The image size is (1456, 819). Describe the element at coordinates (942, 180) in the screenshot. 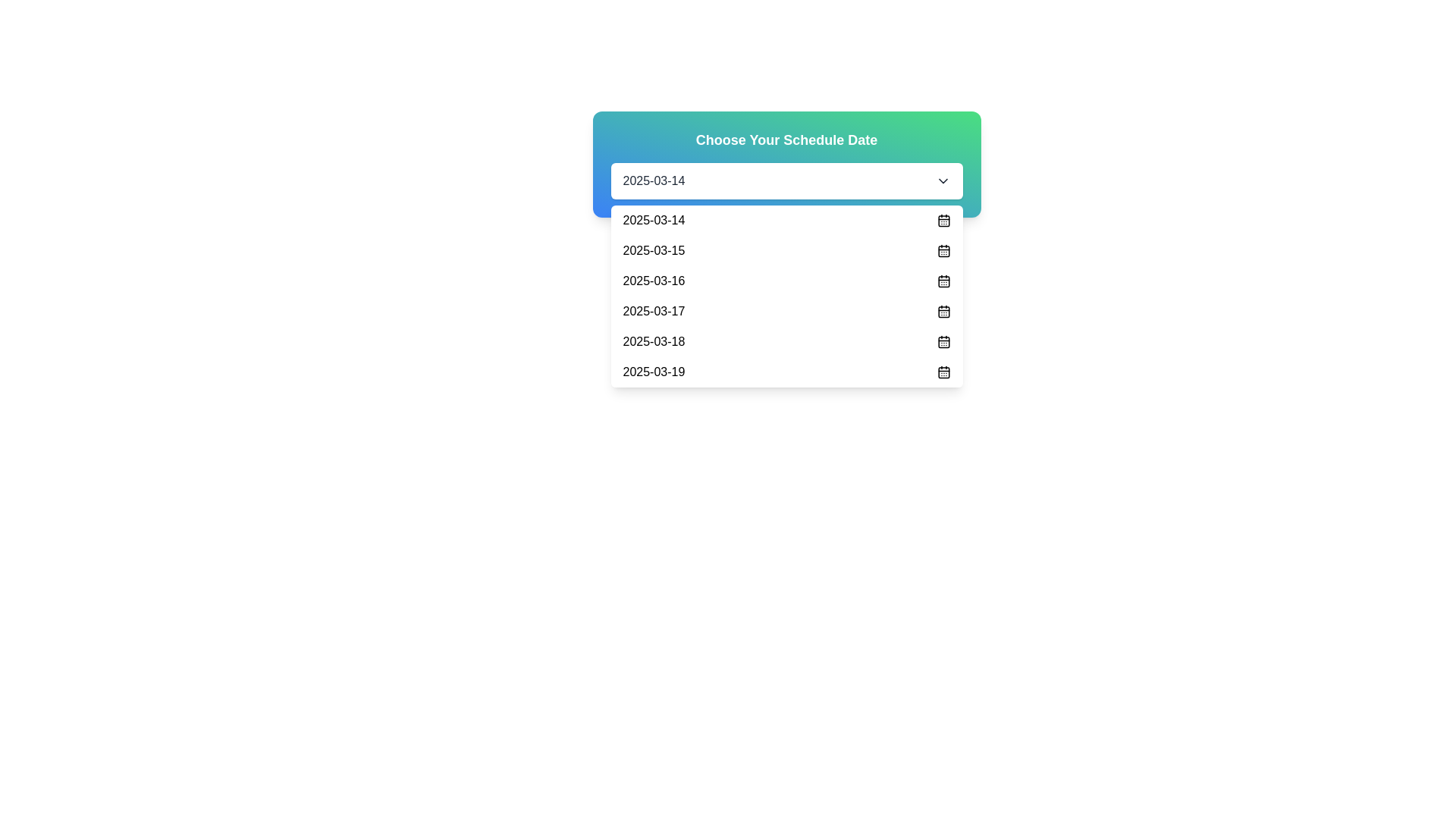

I see `the chevron icon on the extreme right side of the input field labeled '2025-03-14'` at that location.